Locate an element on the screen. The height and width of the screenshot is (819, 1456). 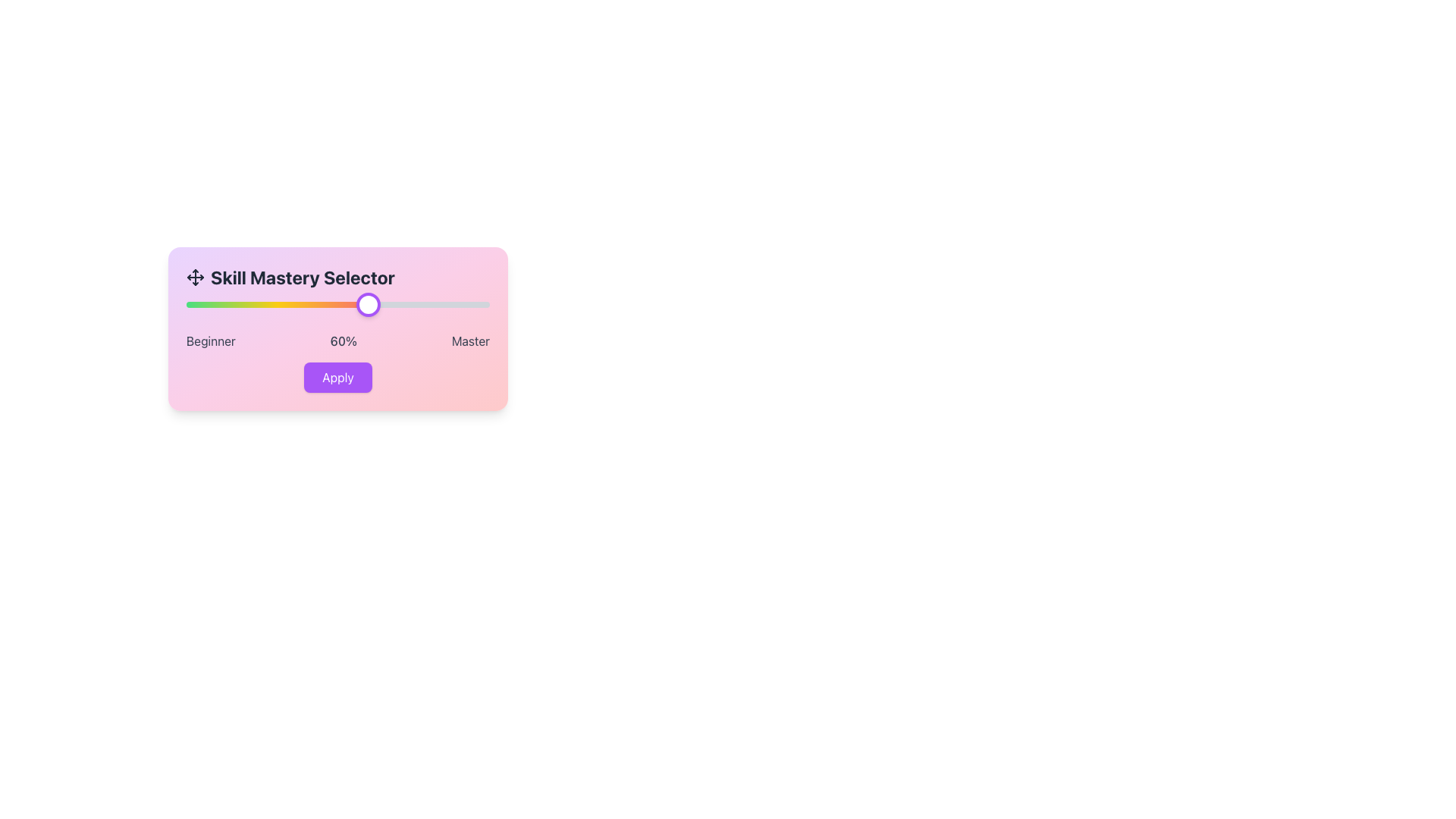
the slider position is located at coordinates (270, 304).